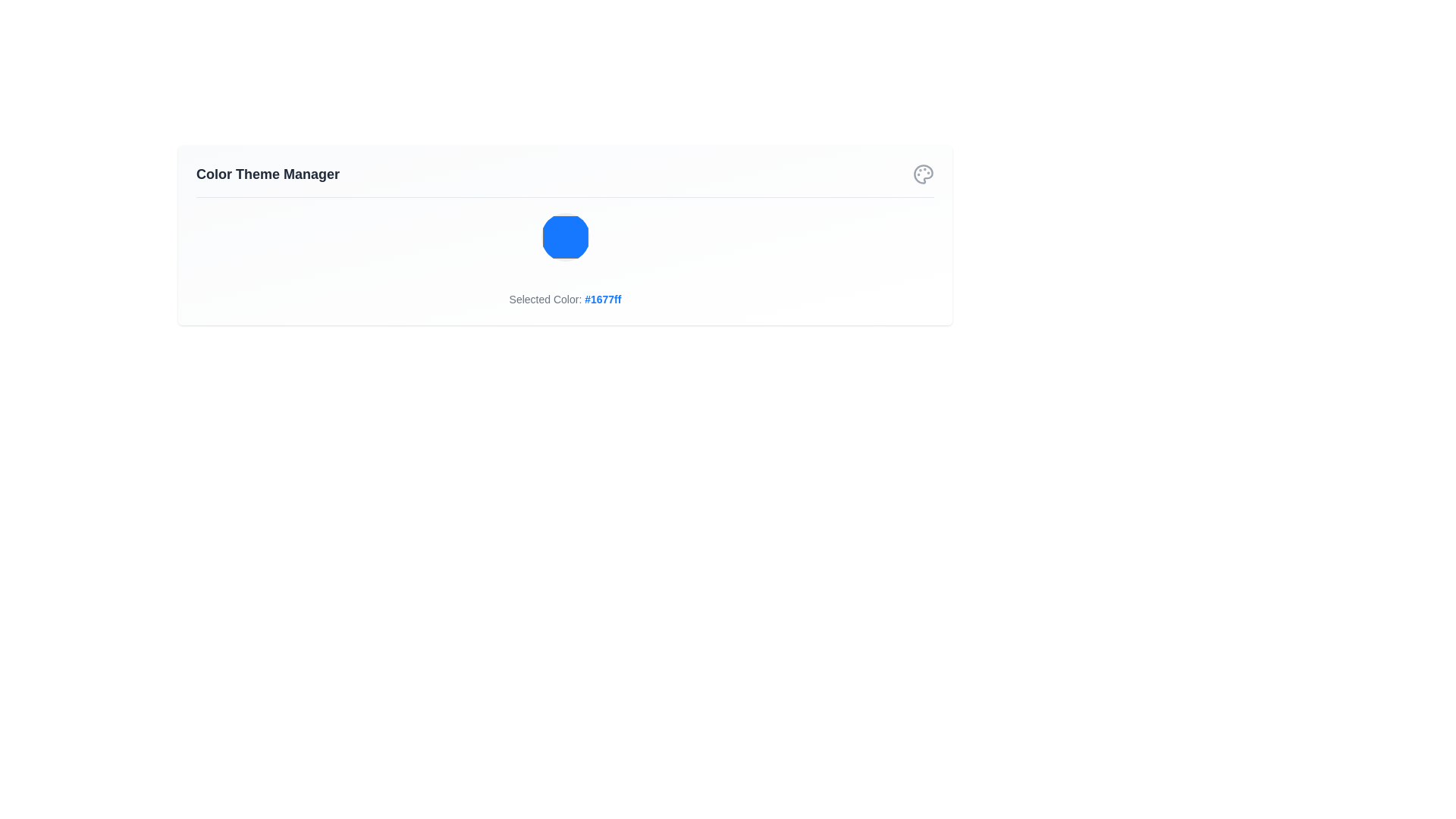  I want to click on the circular blue button in the Color Theme Manager, so click(564, 237).